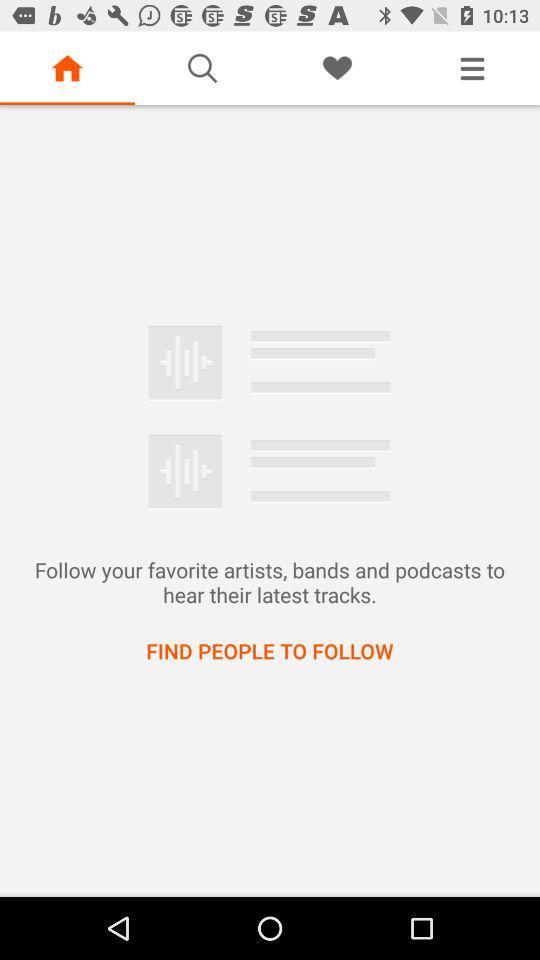 Image resolution: width=540 pixels, height=960 pixels. What do you see at coordinates (269, 649) in the screenshot?
I see `the find people to icon` at bounding box center [269, 649].